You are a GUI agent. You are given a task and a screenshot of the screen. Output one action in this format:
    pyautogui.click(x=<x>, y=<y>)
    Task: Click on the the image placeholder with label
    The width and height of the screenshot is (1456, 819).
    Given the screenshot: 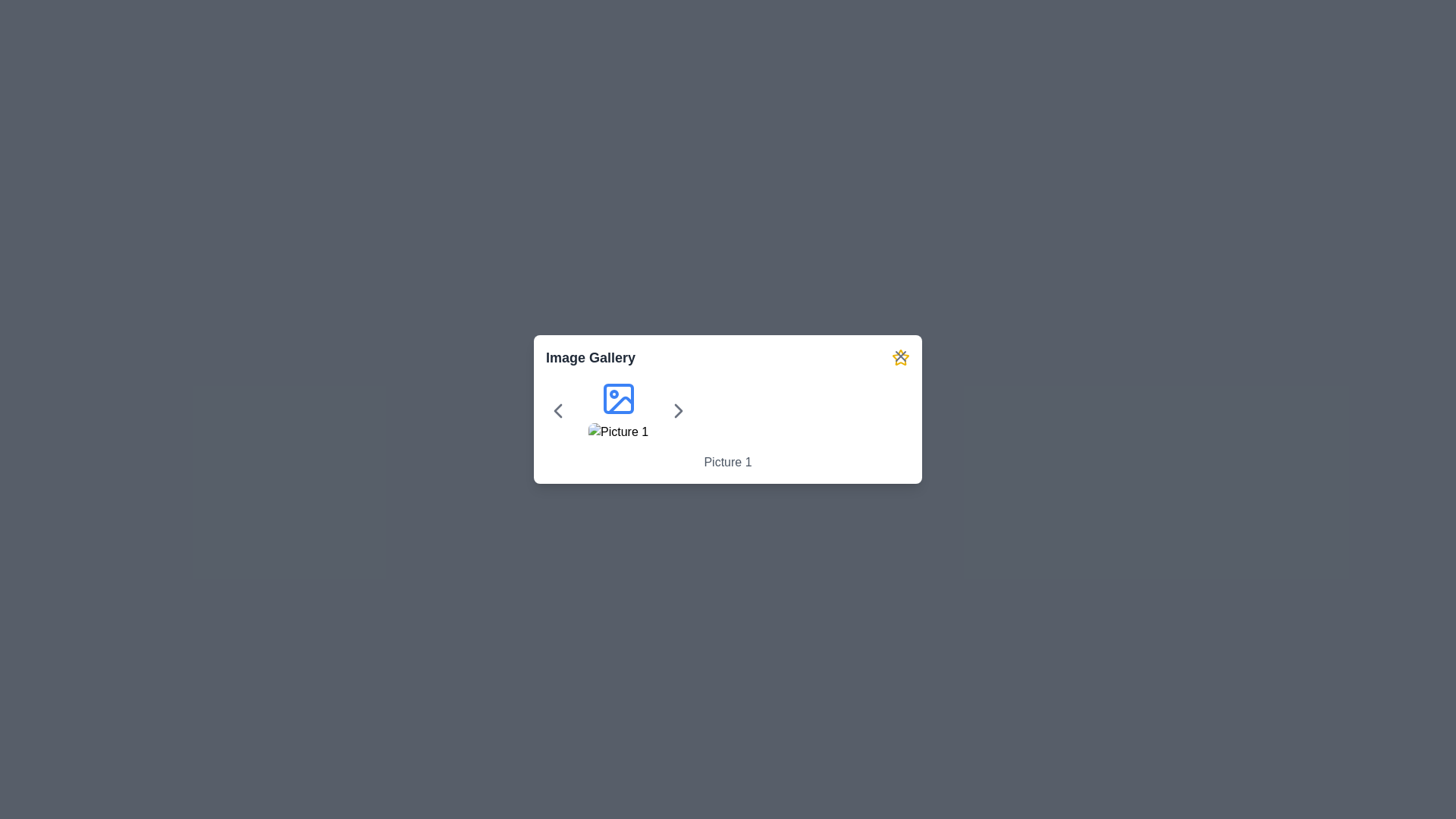 What is the action you would take?
    pyautogui.click(x=618, y=411)
    